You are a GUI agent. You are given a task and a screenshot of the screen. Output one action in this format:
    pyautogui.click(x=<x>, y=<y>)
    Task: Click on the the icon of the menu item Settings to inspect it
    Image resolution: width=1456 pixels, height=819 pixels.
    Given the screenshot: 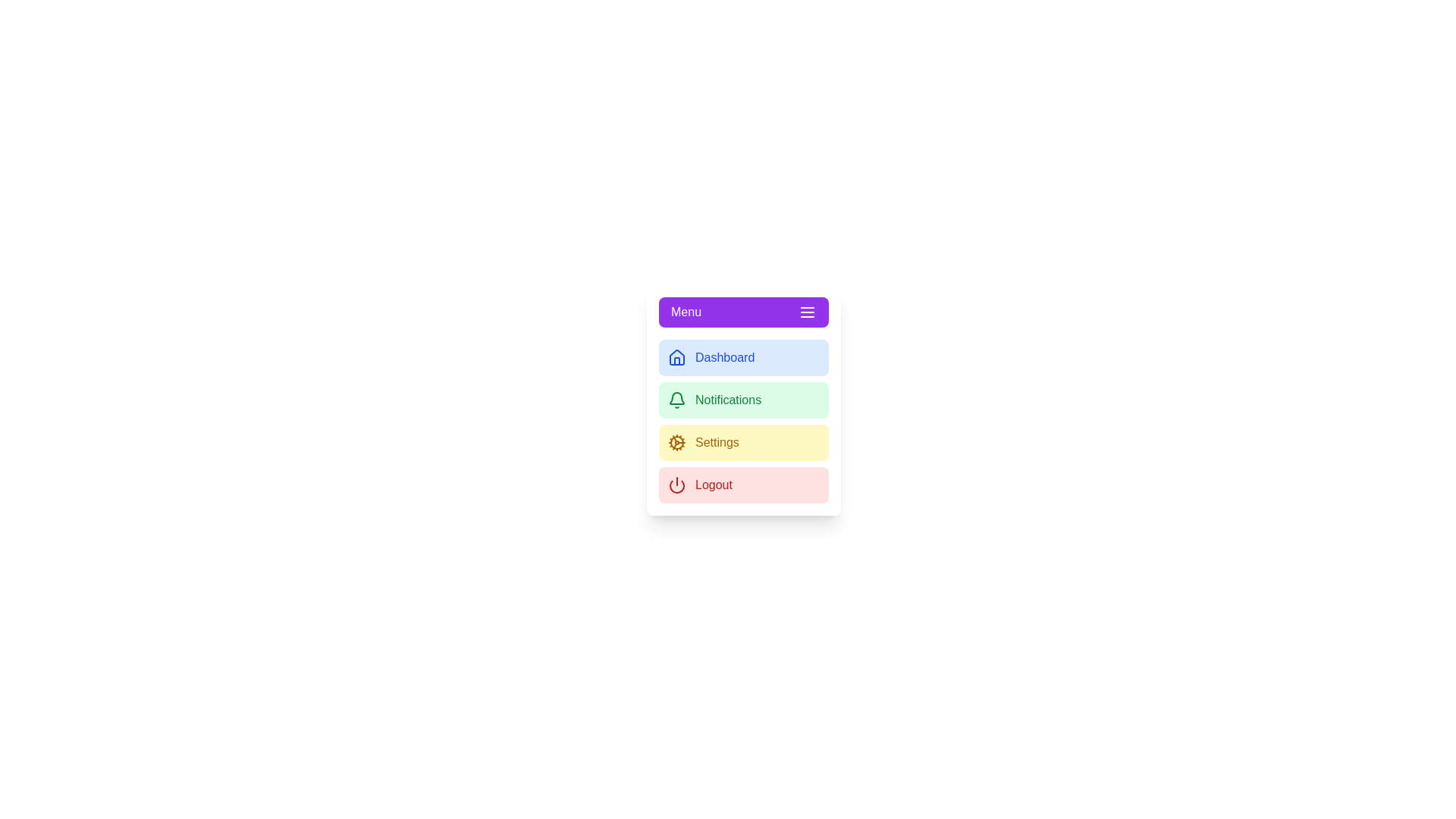 What is the action you would take?
    pyautogui.click(x=676, y=442)
    